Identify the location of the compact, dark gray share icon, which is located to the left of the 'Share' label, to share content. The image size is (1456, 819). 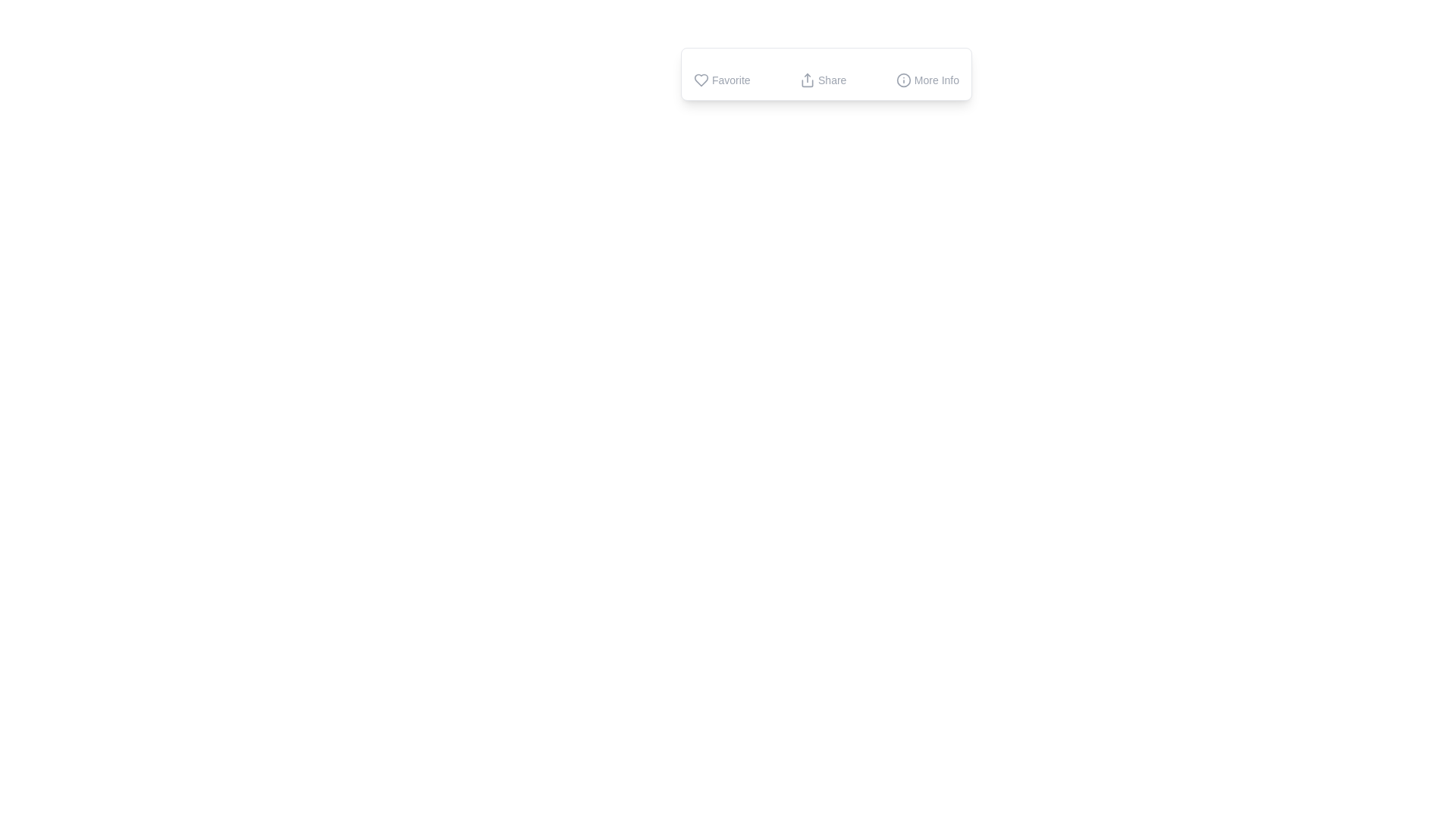
(807, 80).